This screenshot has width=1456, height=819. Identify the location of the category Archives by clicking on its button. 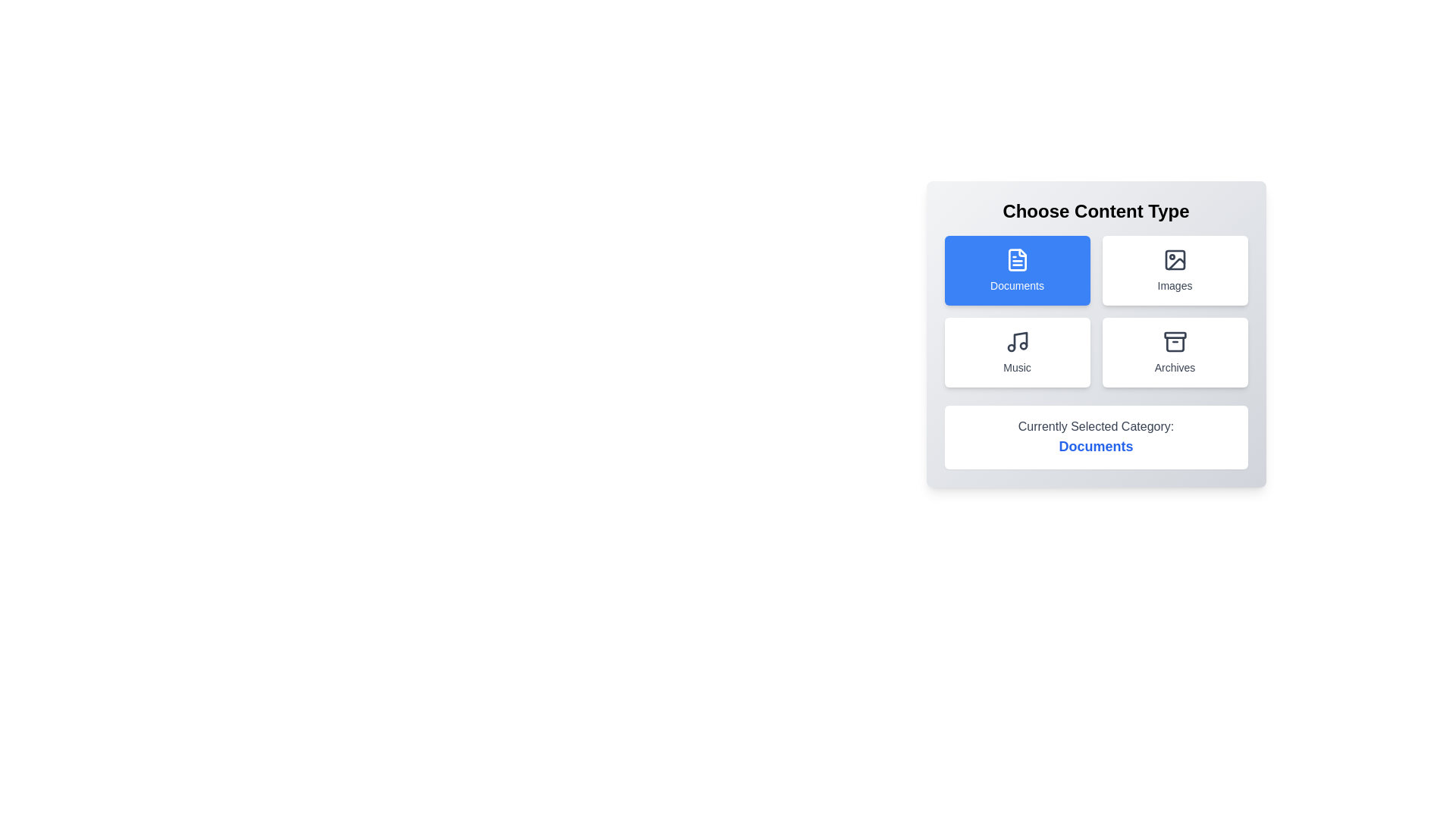
(1174, 353).